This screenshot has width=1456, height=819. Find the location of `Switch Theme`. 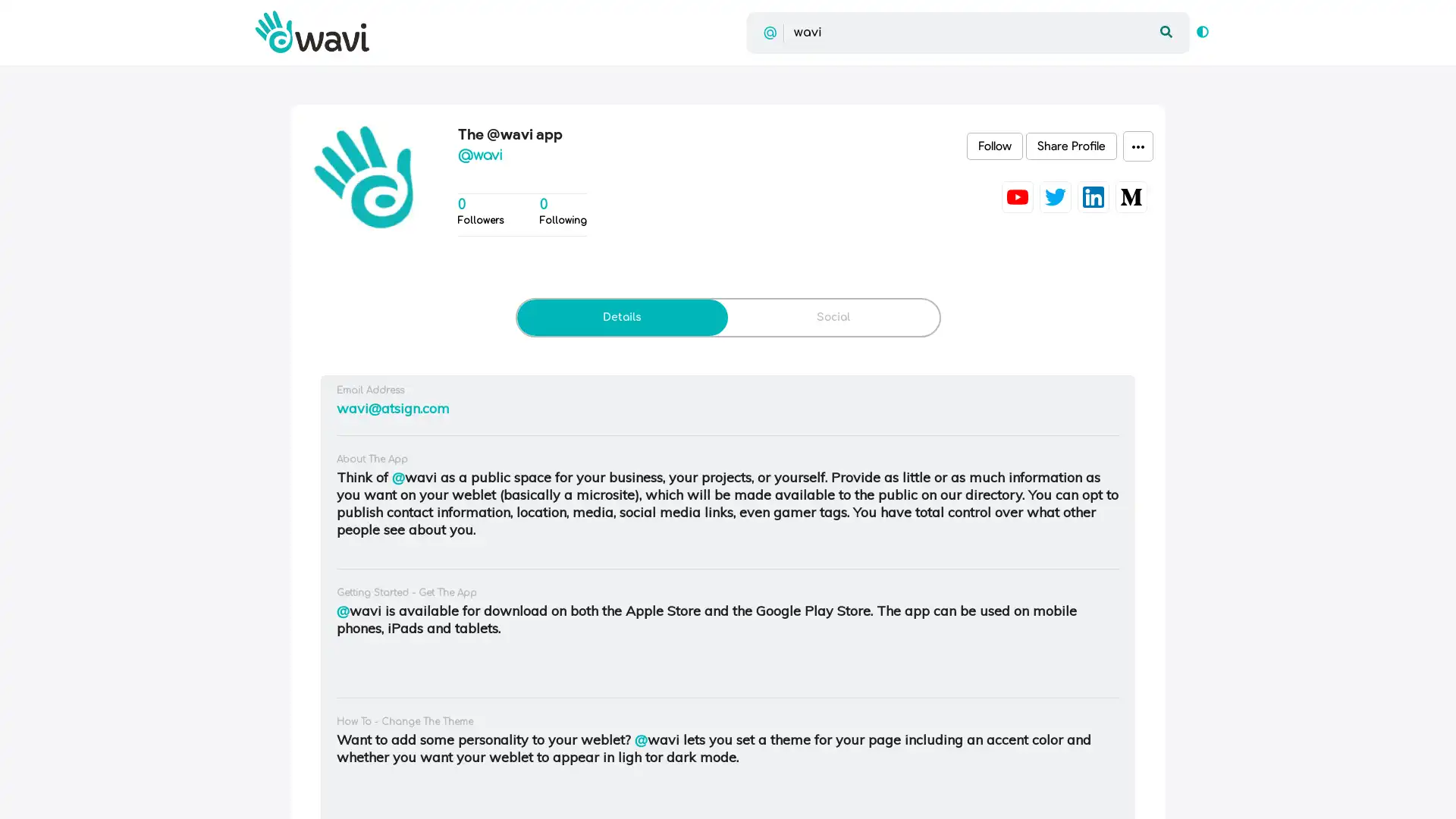

Switch Theme is located at coordinates (1201, 32).